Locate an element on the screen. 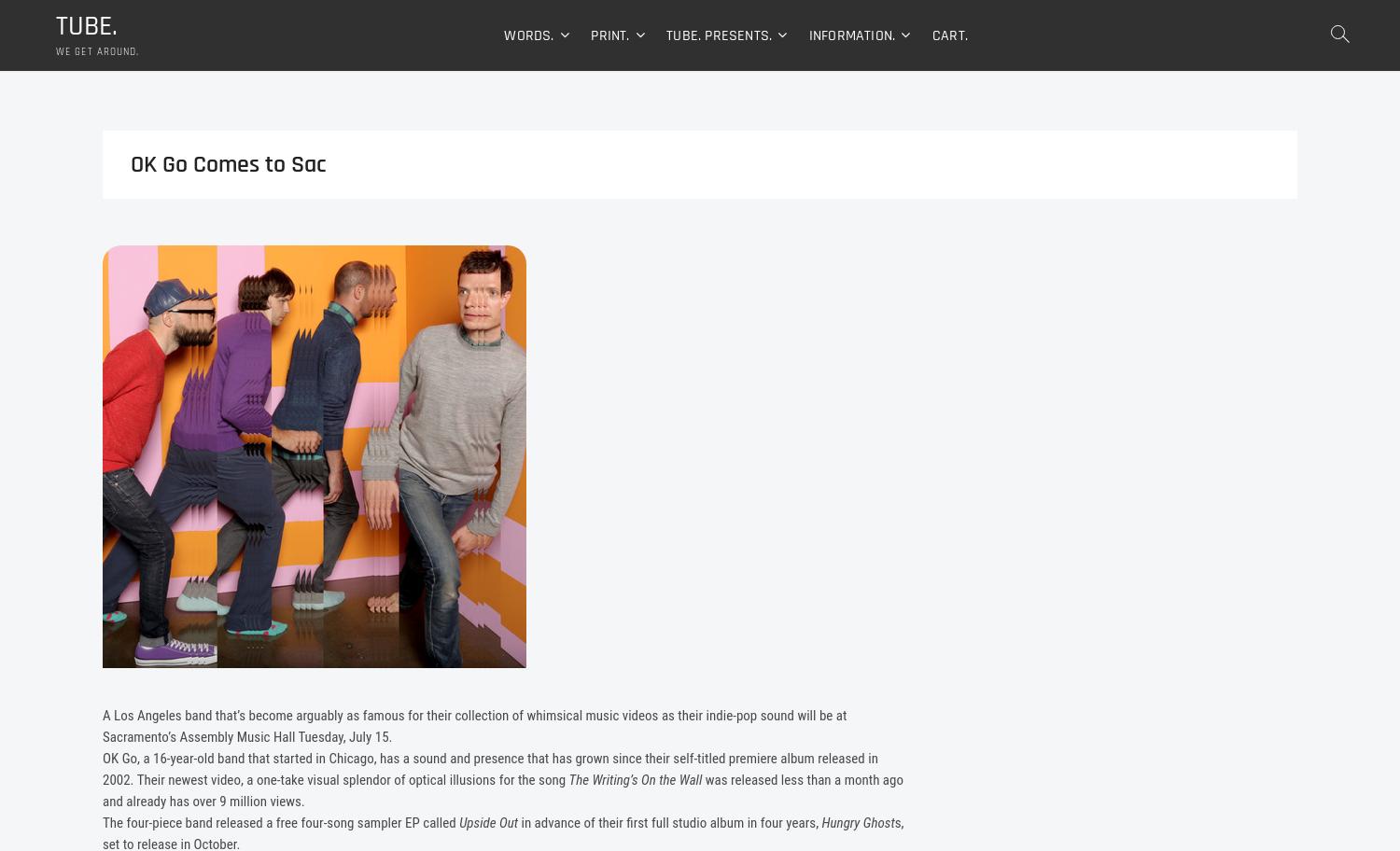  'The Writing’s On the Wall' is located at coordinates (635, 782).